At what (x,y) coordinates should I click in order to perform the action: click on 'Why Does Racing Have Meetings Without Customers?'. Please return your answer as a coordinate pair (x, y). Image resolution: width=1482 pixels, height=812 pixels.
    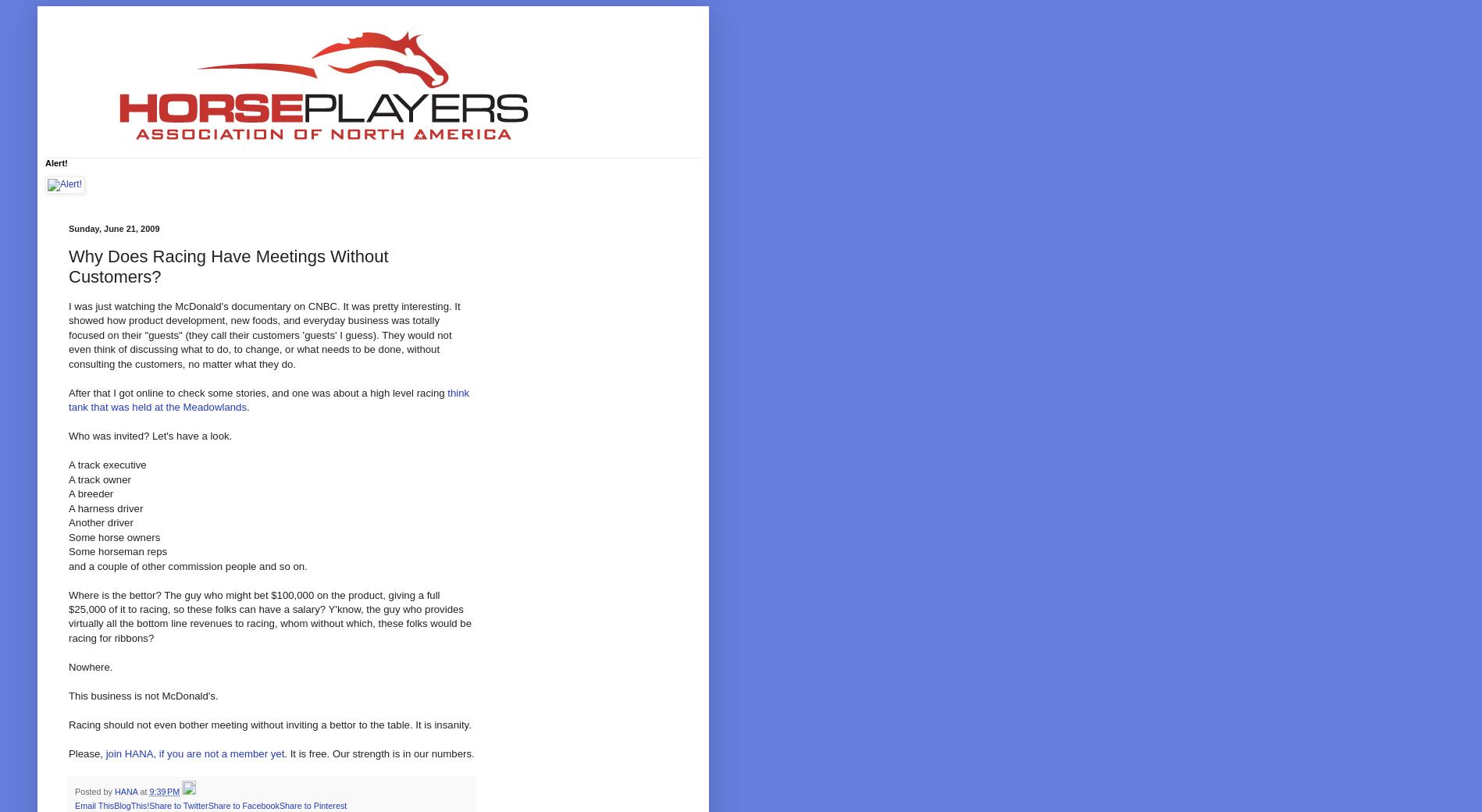
    Looking at the image, I should click on (227, 265).